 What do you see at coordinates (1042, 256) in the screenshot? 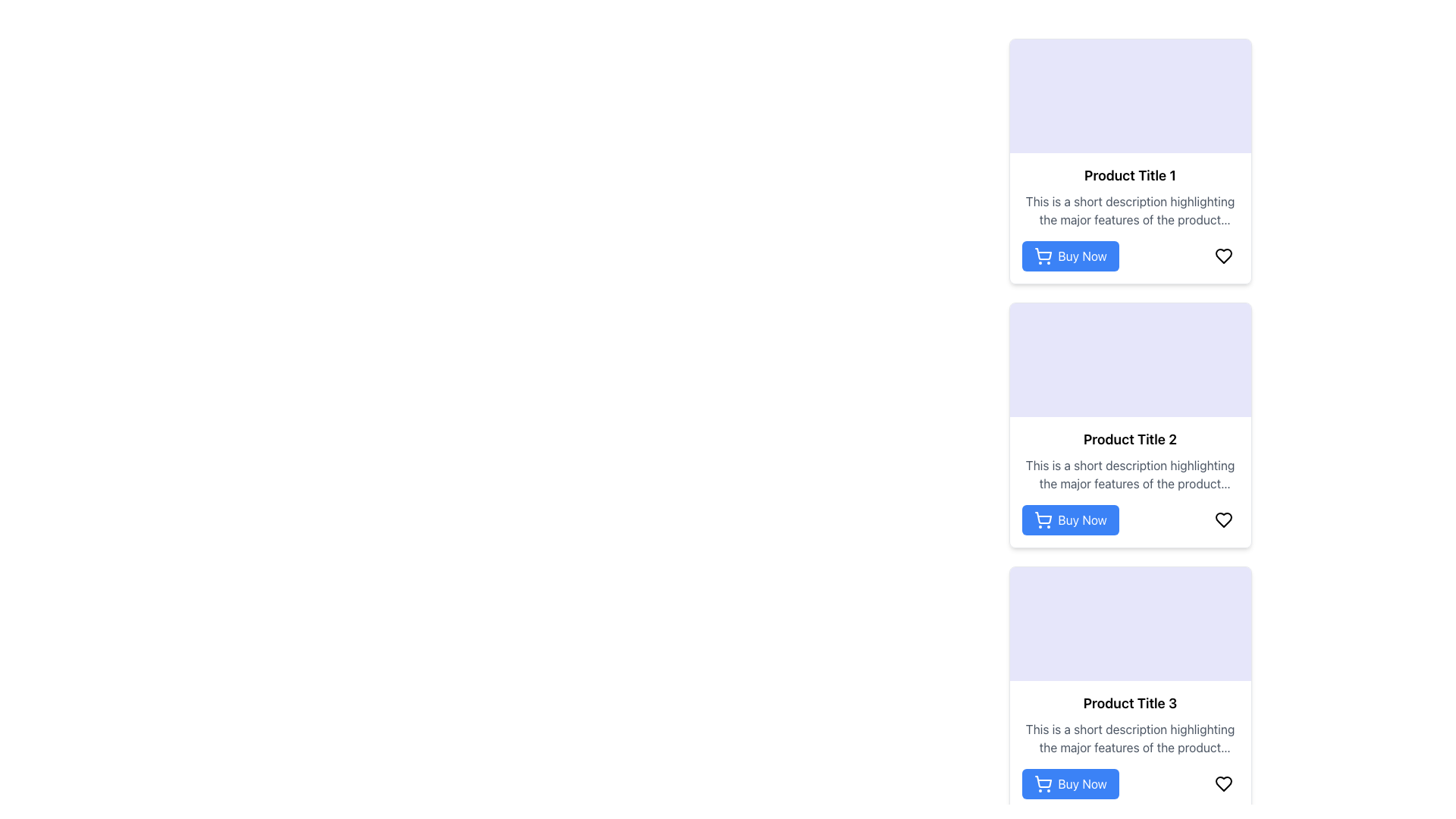
I see `the 'Buy Now' button which contains a shopping cart icon positioned to the left of the text` at bounding box center [1042, 256].